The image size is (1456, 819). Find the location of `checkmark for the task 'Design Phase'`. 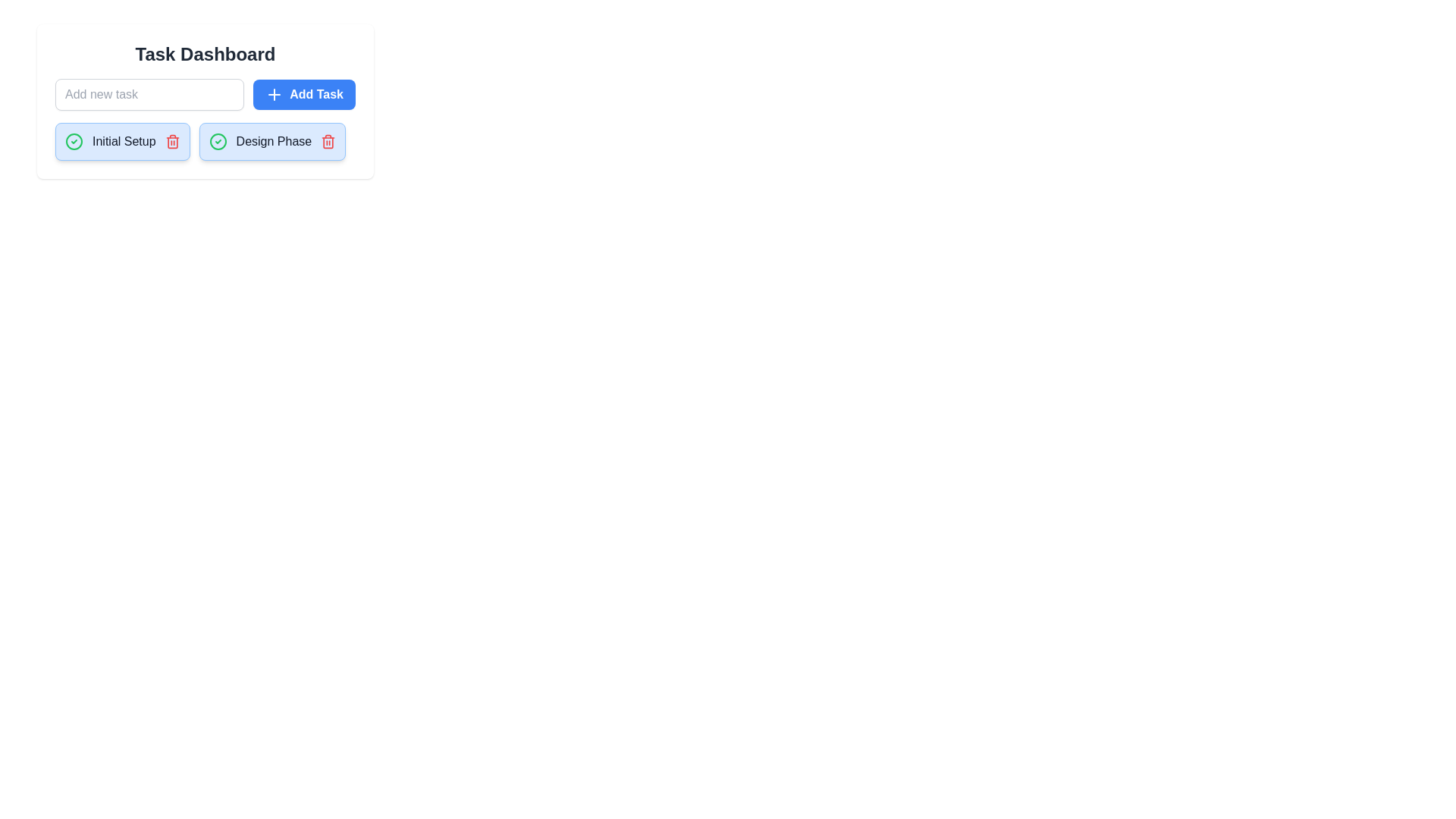

checkmark for the task 'Design Phase' is located at coordinates (217, 141).